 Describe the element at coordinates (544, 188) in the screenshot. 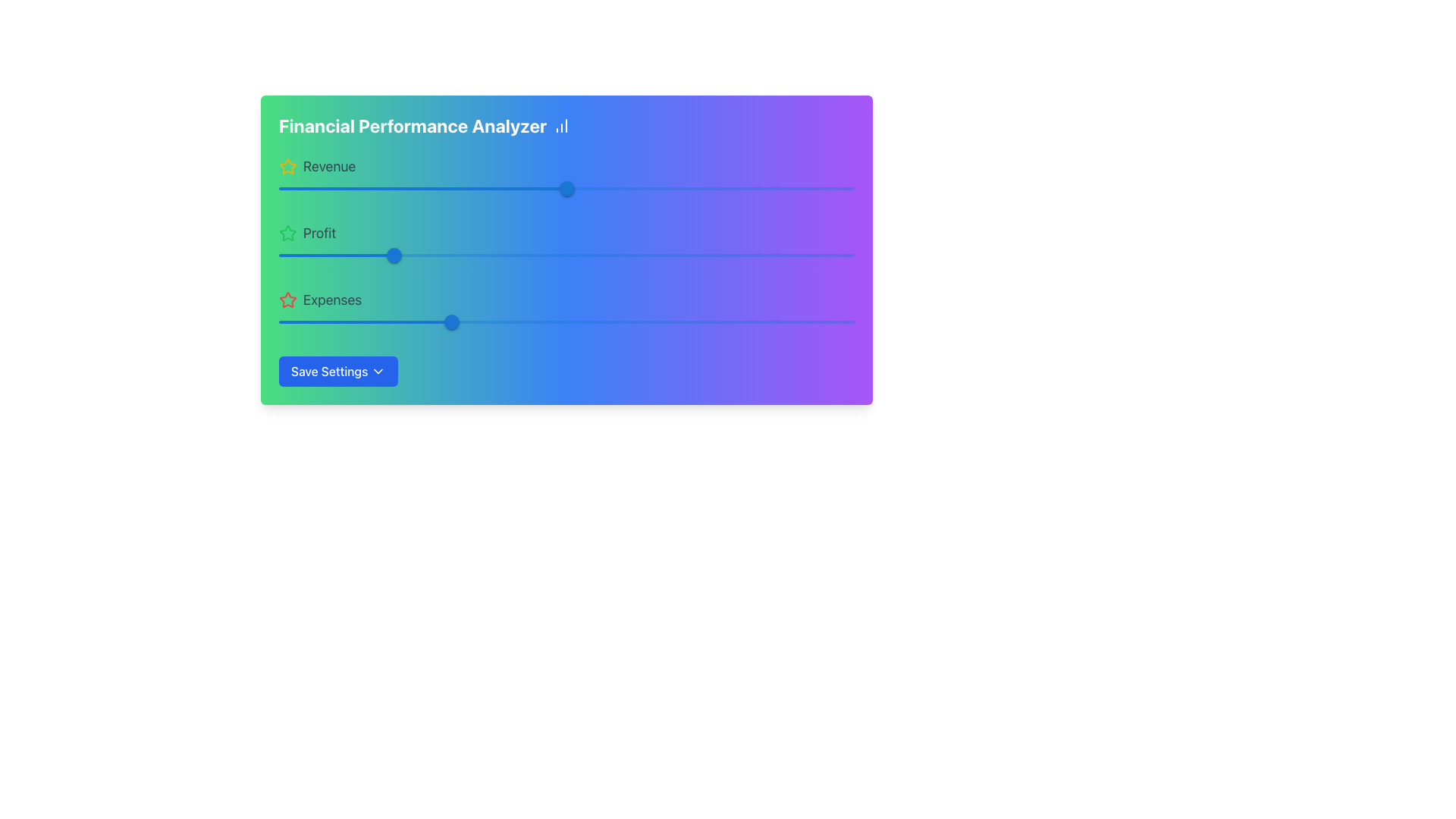

I see `the Revenue slider` at that location.